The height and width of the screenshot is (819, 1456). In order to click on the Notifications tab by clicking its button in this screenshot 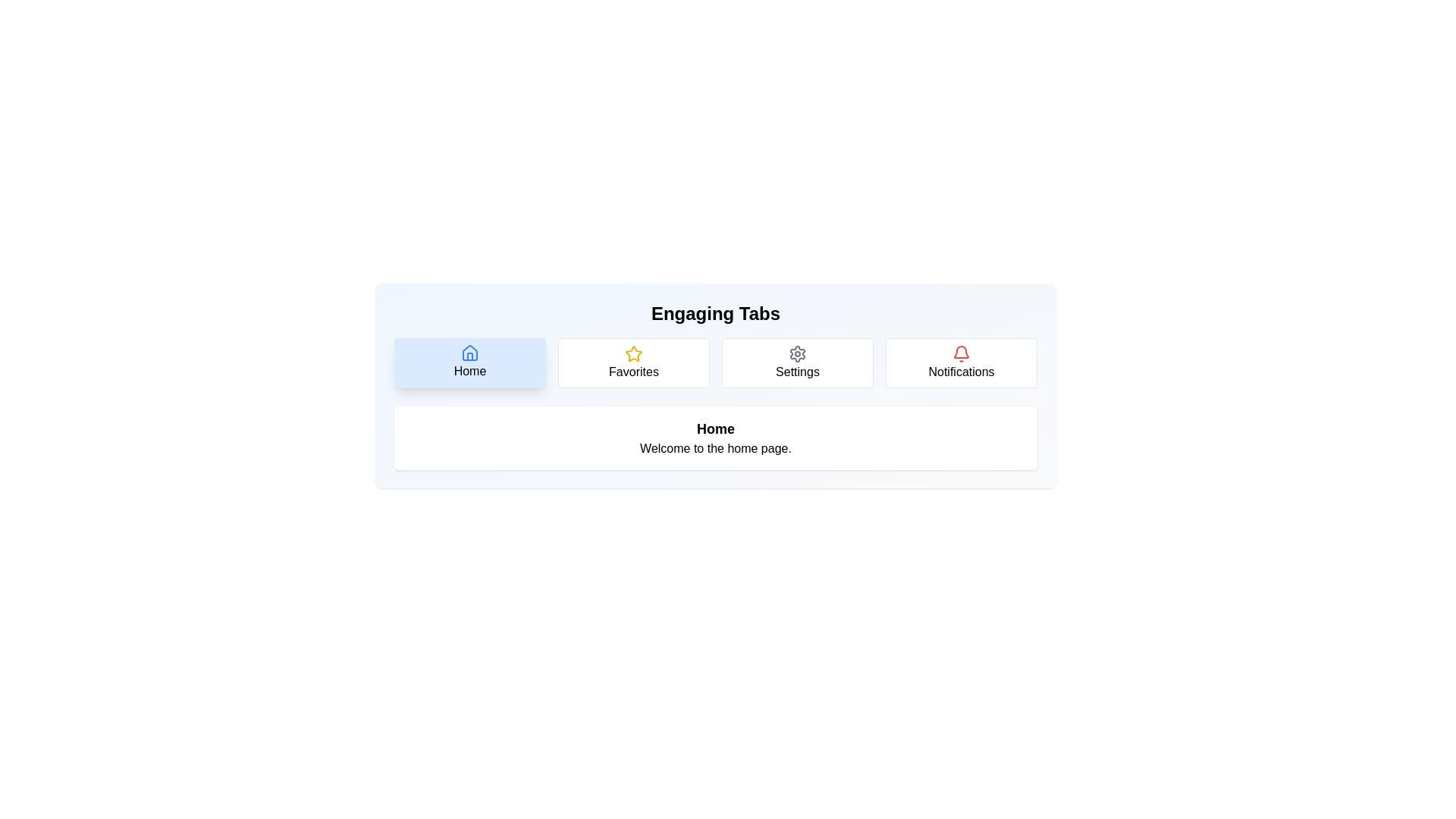, I will do `click(960, 362)`.